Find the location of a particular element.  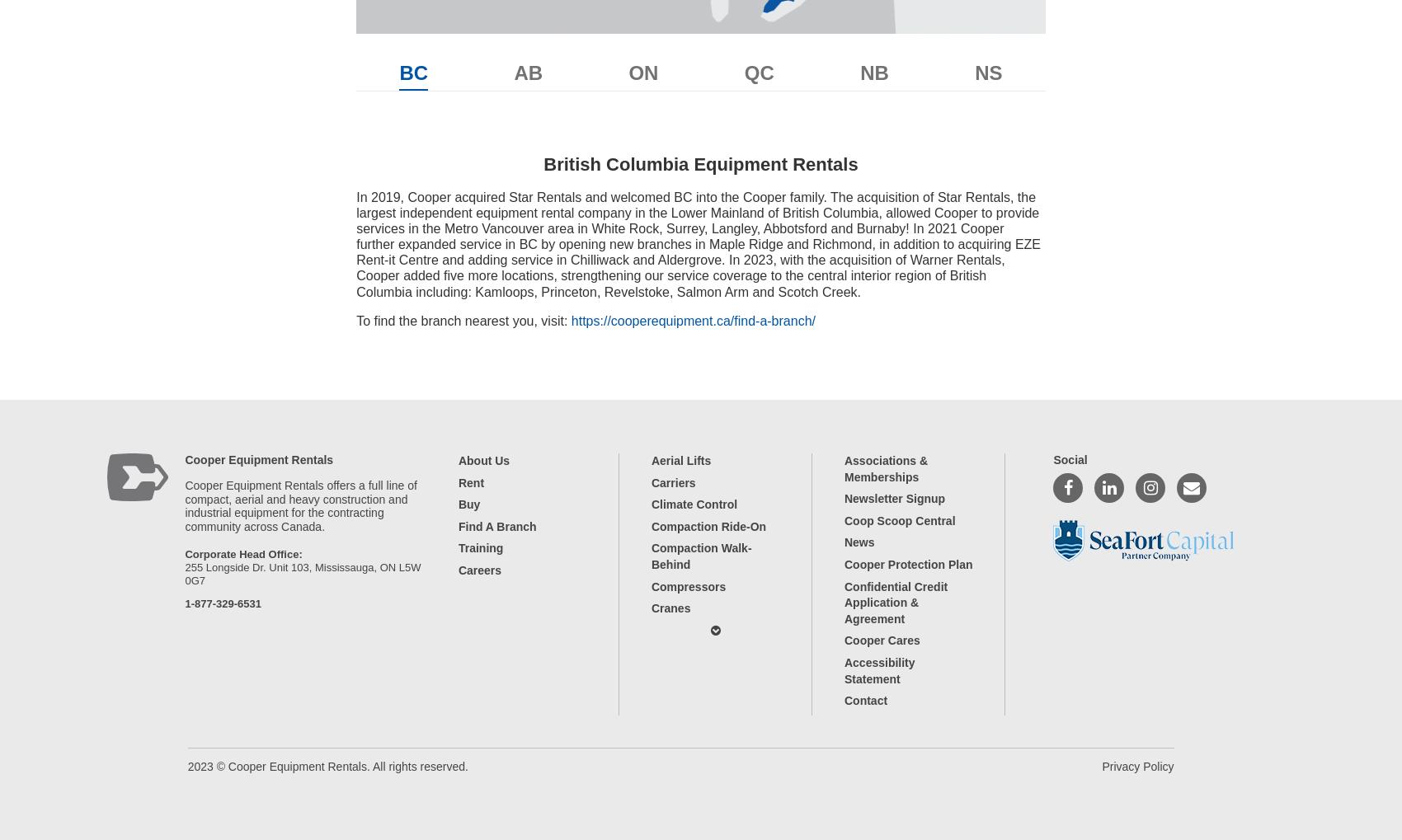

'Cranes' is located at coordinates (669, 608).